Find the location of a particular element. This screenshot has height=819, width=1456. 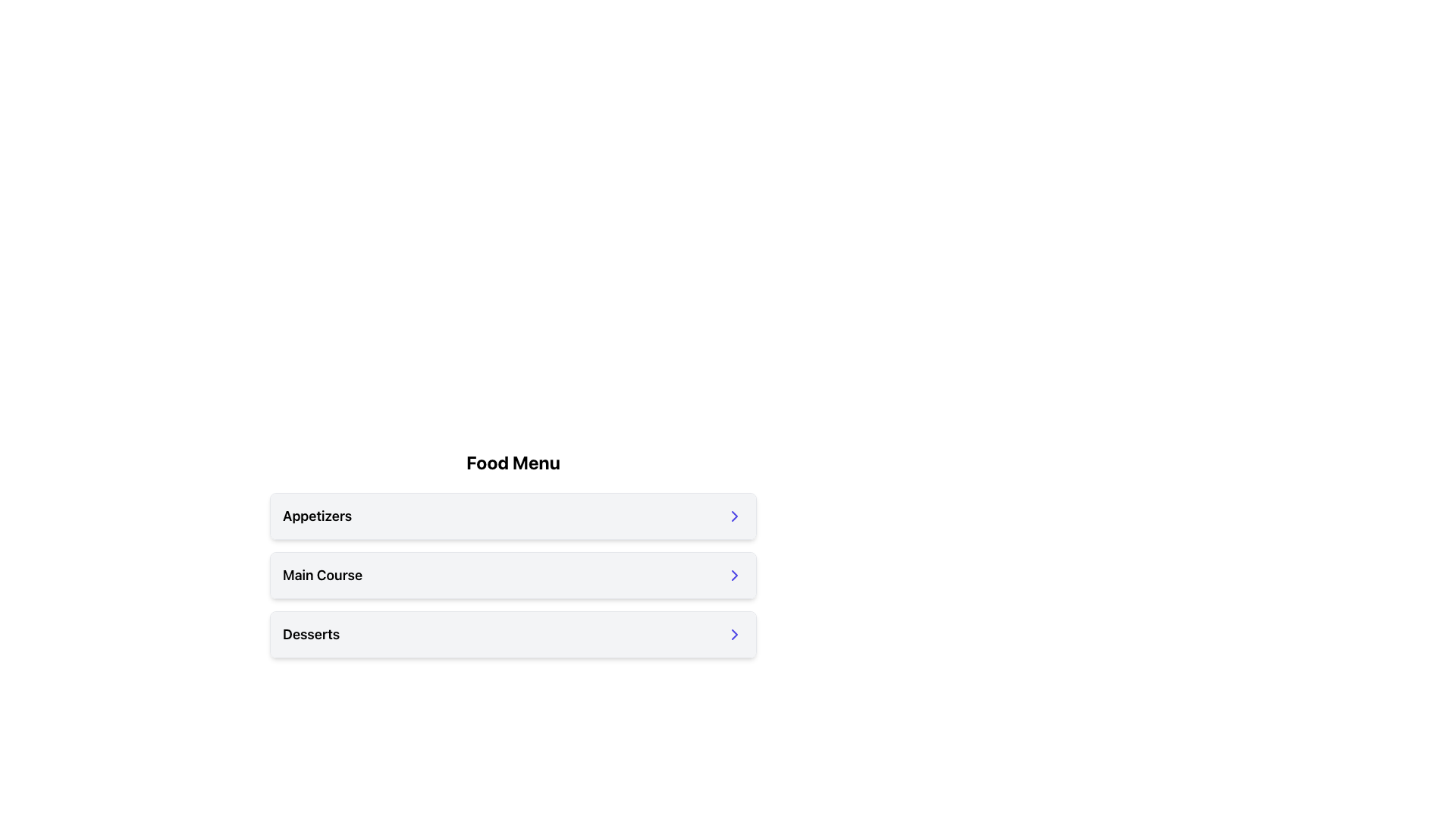

the small triangular indigo arrow icon located on the right side of the 'Main Course' menu item in the 'Food Menu' list is located at coordinates (735, 576).